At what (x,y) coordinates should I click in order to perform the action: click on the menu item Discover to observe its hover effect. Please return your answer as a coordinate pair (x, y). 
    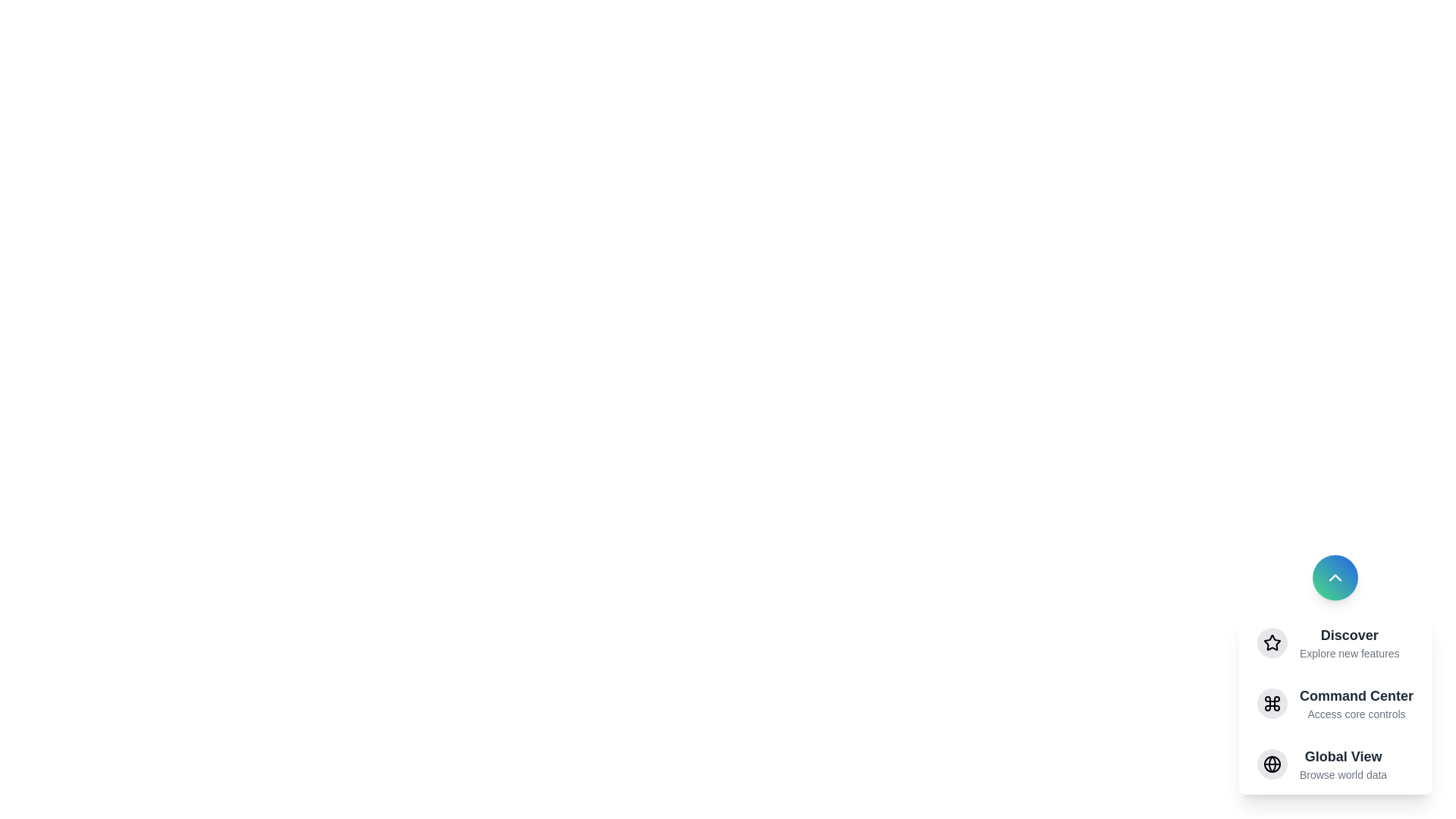
    Looking at the image, I should click on (1335, 643).